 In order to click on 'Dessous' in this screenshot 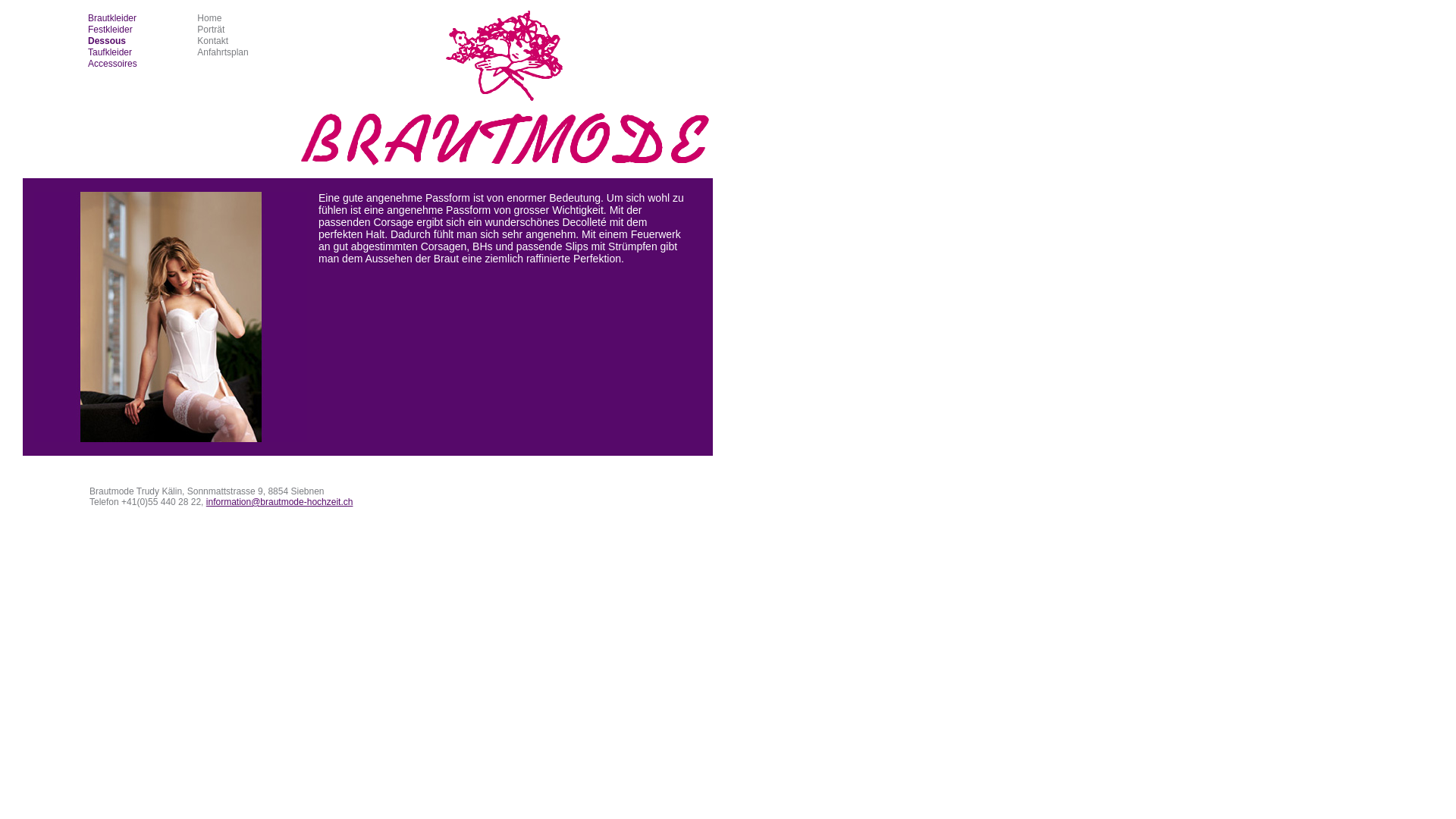, I will do `click(86, 40)`.